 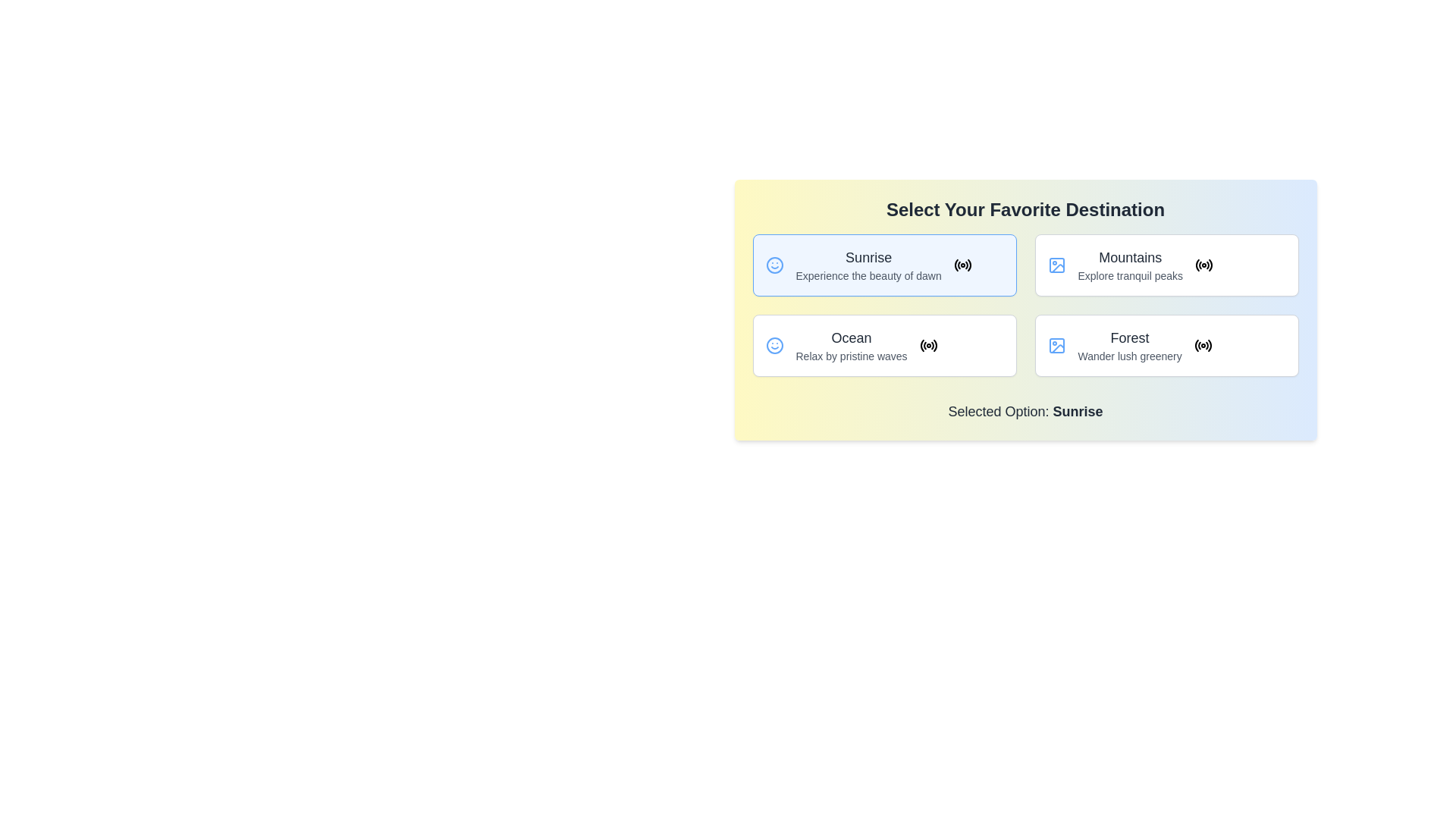 What do you see at coordinates (774, 345) in the screenshot?
I see `the icon located in the upper-left corner of the 'Ocean Relax by pristine waves' card for accessibility navigation` at bounding box center [774, 345].